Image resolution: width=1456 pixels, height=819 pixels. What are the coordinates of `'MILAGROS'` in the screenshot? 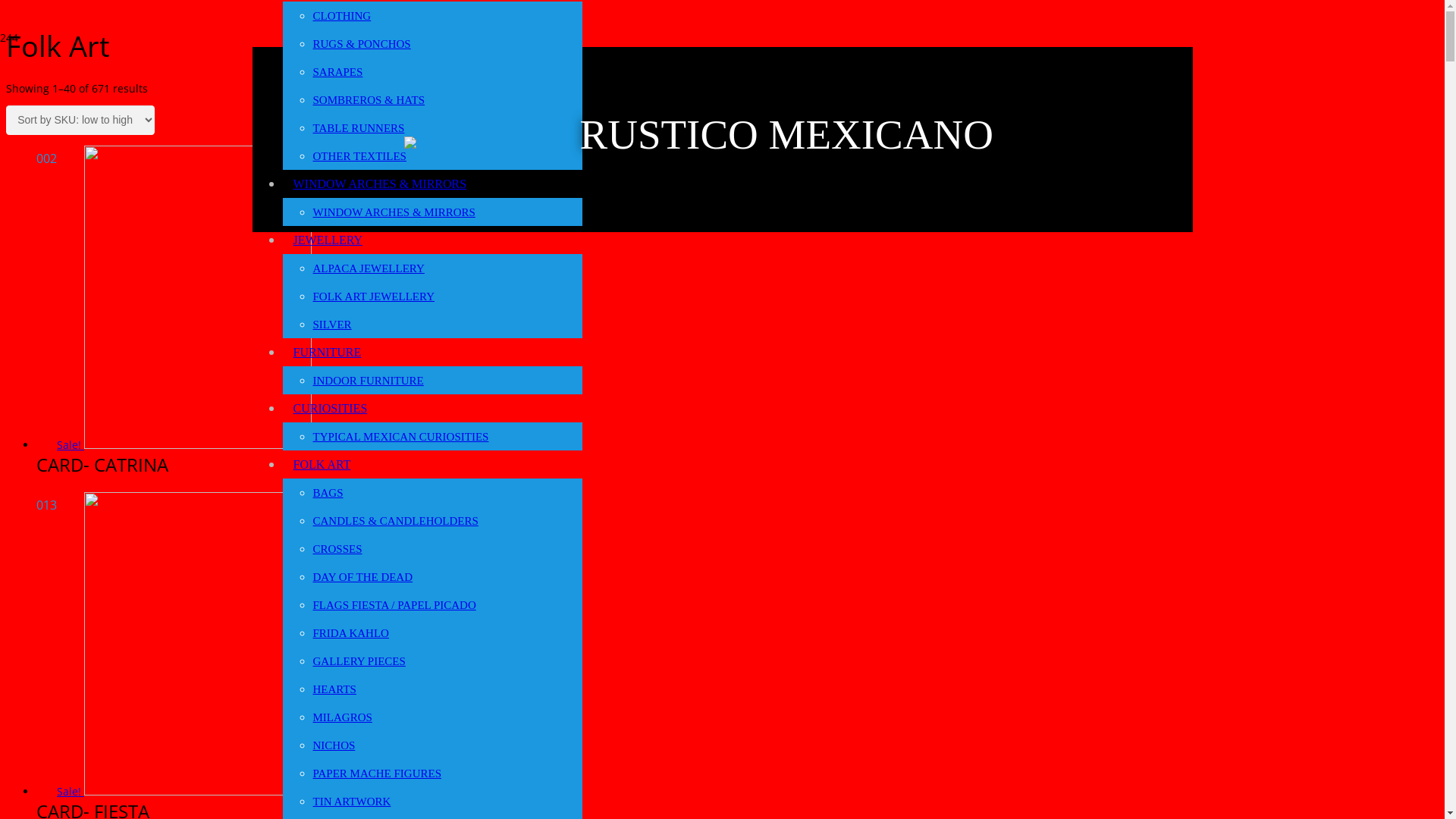 It's located at (341, 717).